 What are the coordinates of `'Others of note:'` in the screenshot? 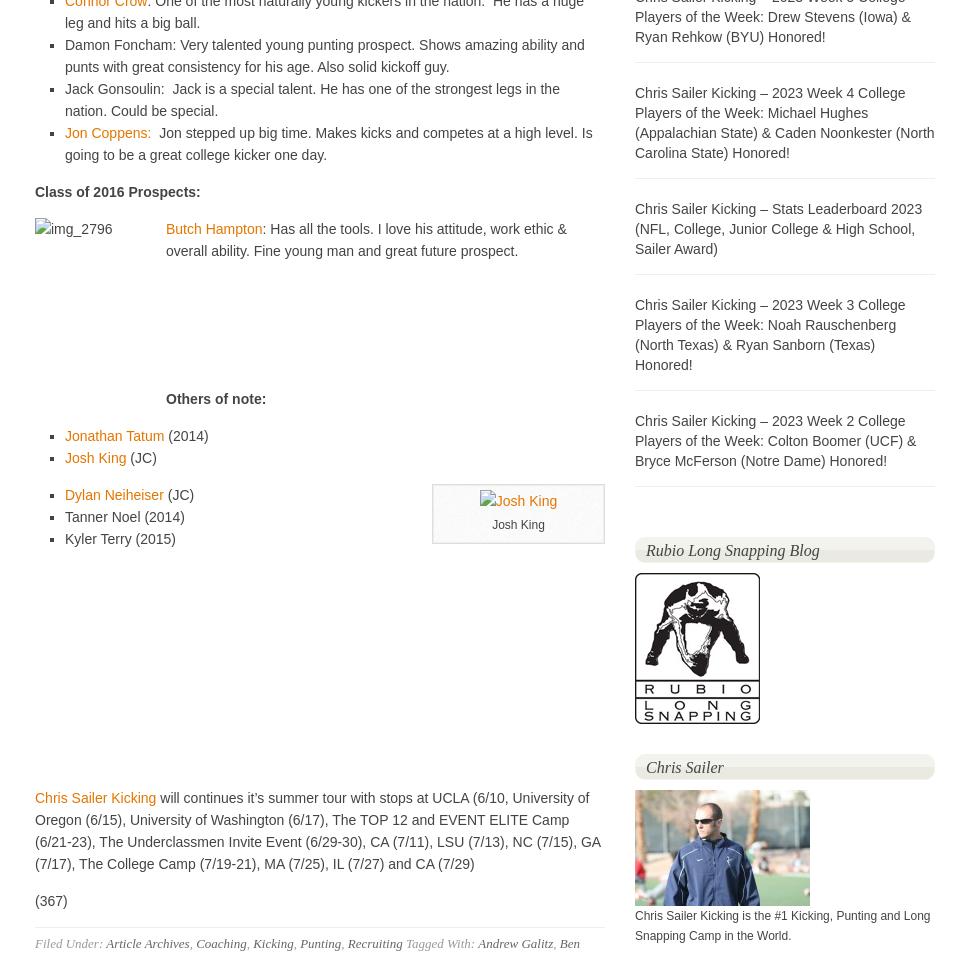 It's located at (216, 398).